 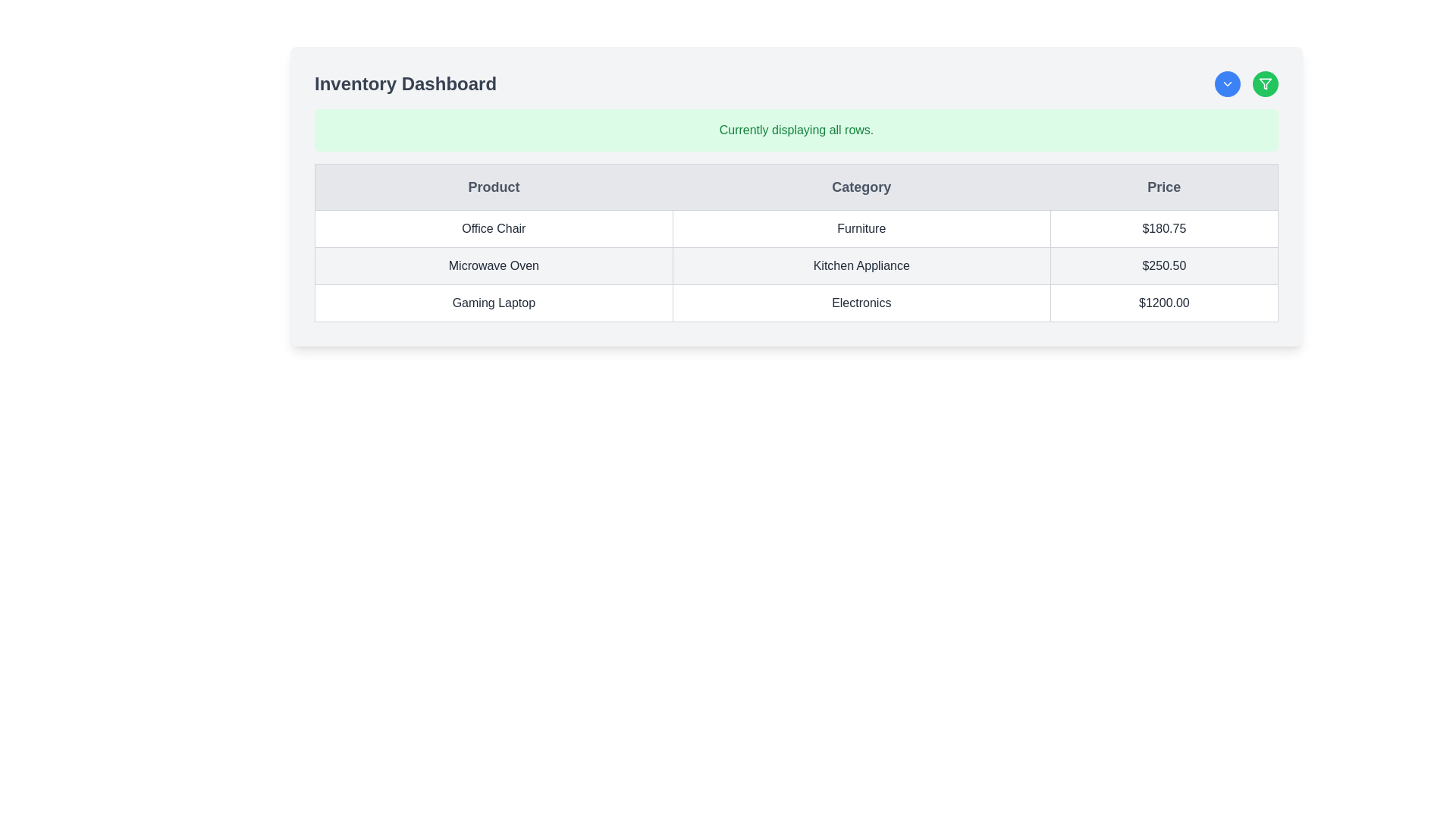 What do you see at coordinates (1266, 84) in the screenshot?
I see `the filter button, the second button in the horizontal group at the top-right corner of the interface` at bounding box center [1266, 84].